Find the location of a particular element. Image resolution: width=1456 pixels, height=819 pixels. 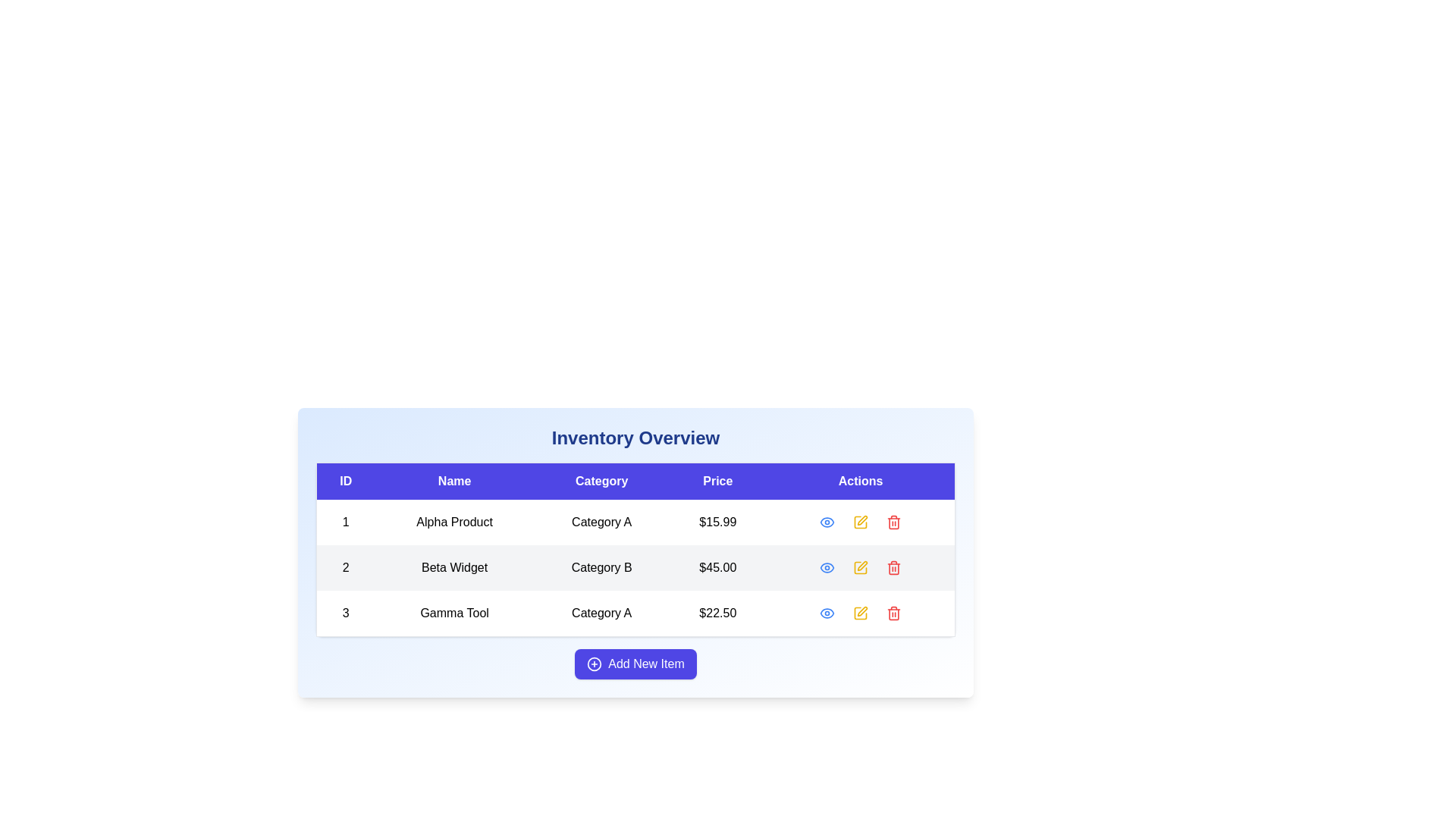

the delete button located in the last column under 'Actions' of the first row in the 'Inventory Overview' table is located at coordinates (894, 522).